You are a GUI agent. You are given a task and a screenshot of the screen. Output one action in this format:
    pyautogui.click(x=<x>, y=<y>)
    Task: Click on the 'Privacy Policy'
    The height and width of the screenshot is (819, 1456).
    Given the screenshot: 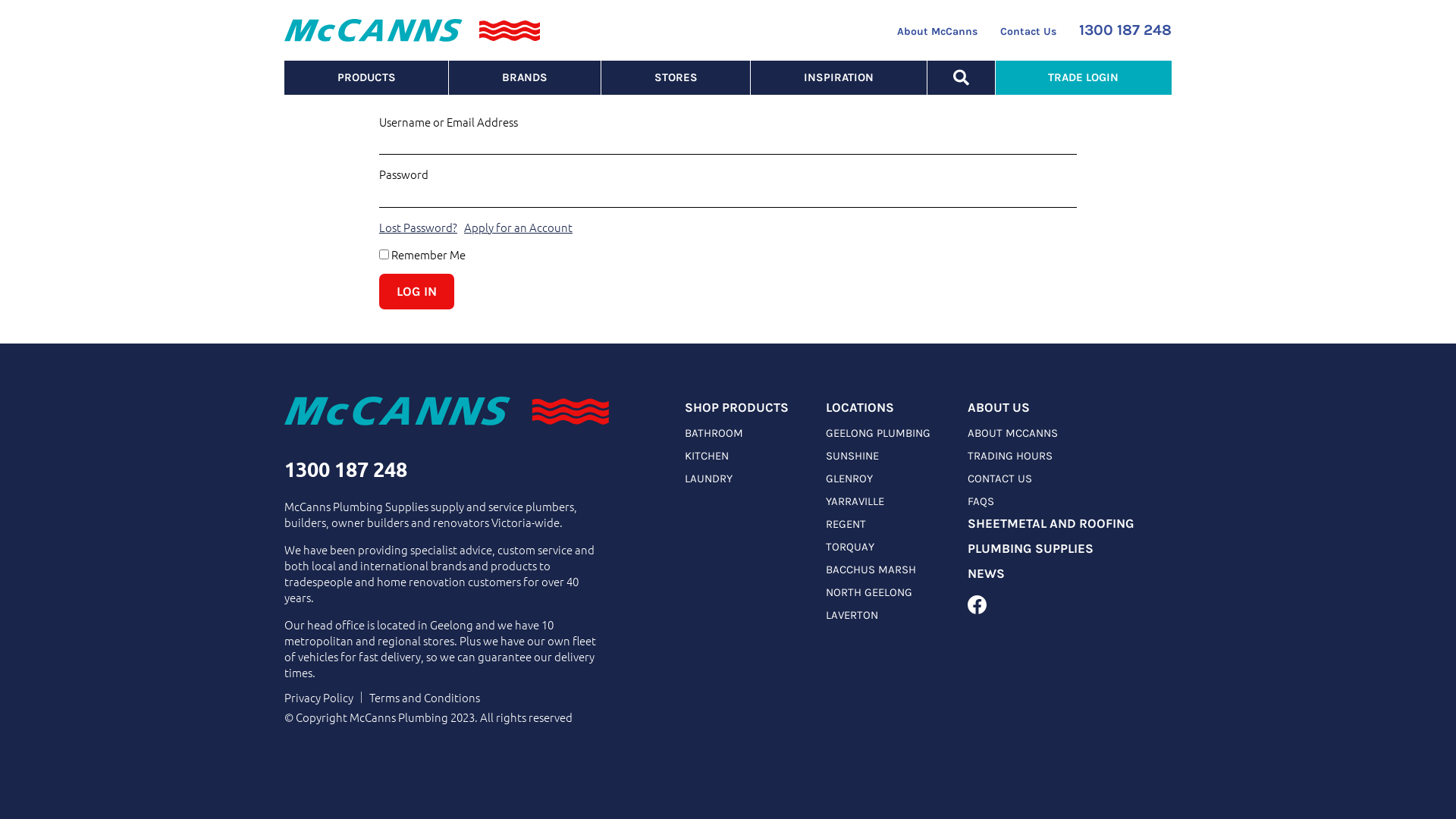 What is the action you would take?
    pyautogui.click(x=318, y=697)
    